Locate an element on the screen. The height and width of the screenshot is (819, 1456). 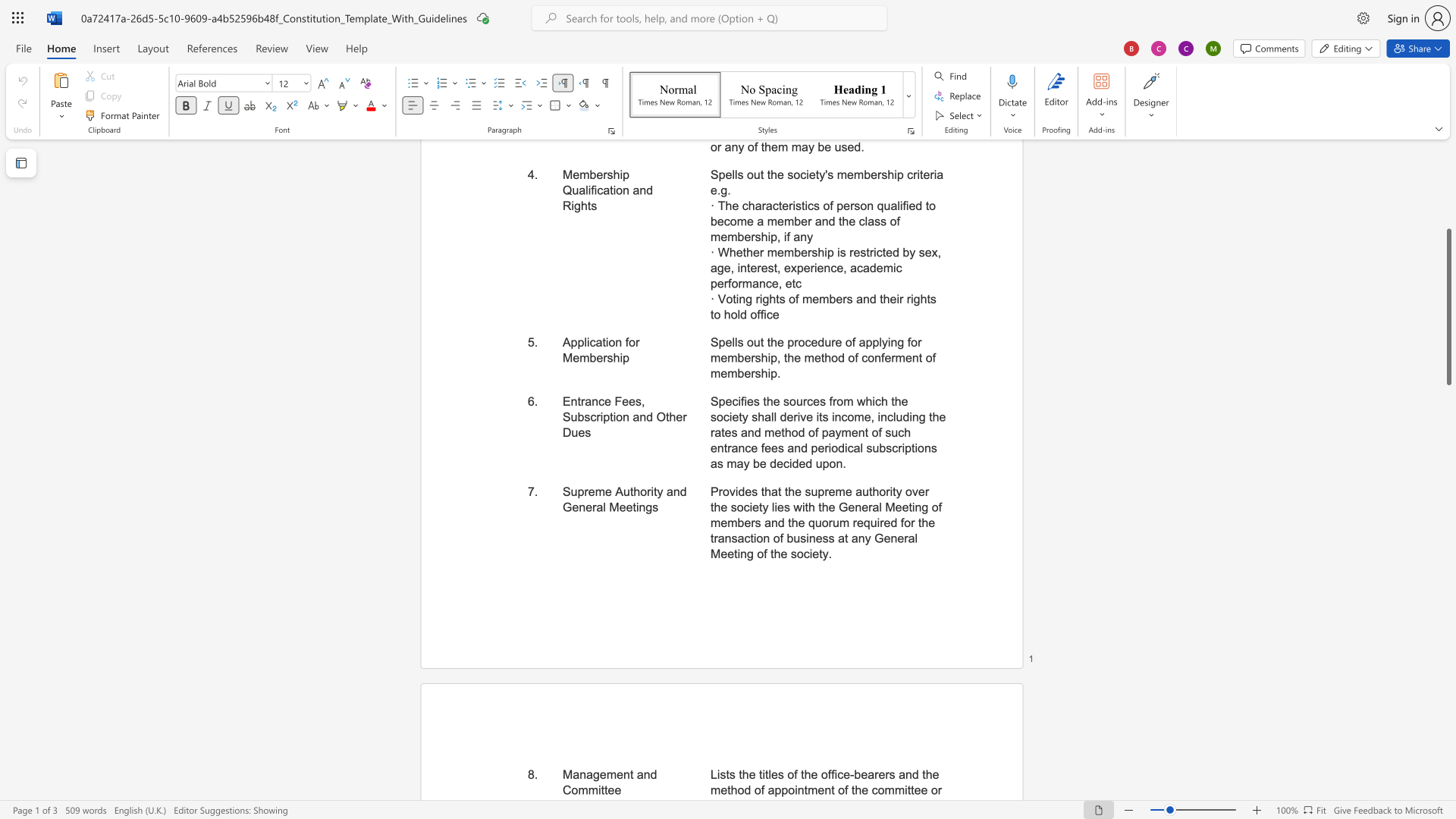
the scrollbar on the side is located at coordinates (1448, 256).